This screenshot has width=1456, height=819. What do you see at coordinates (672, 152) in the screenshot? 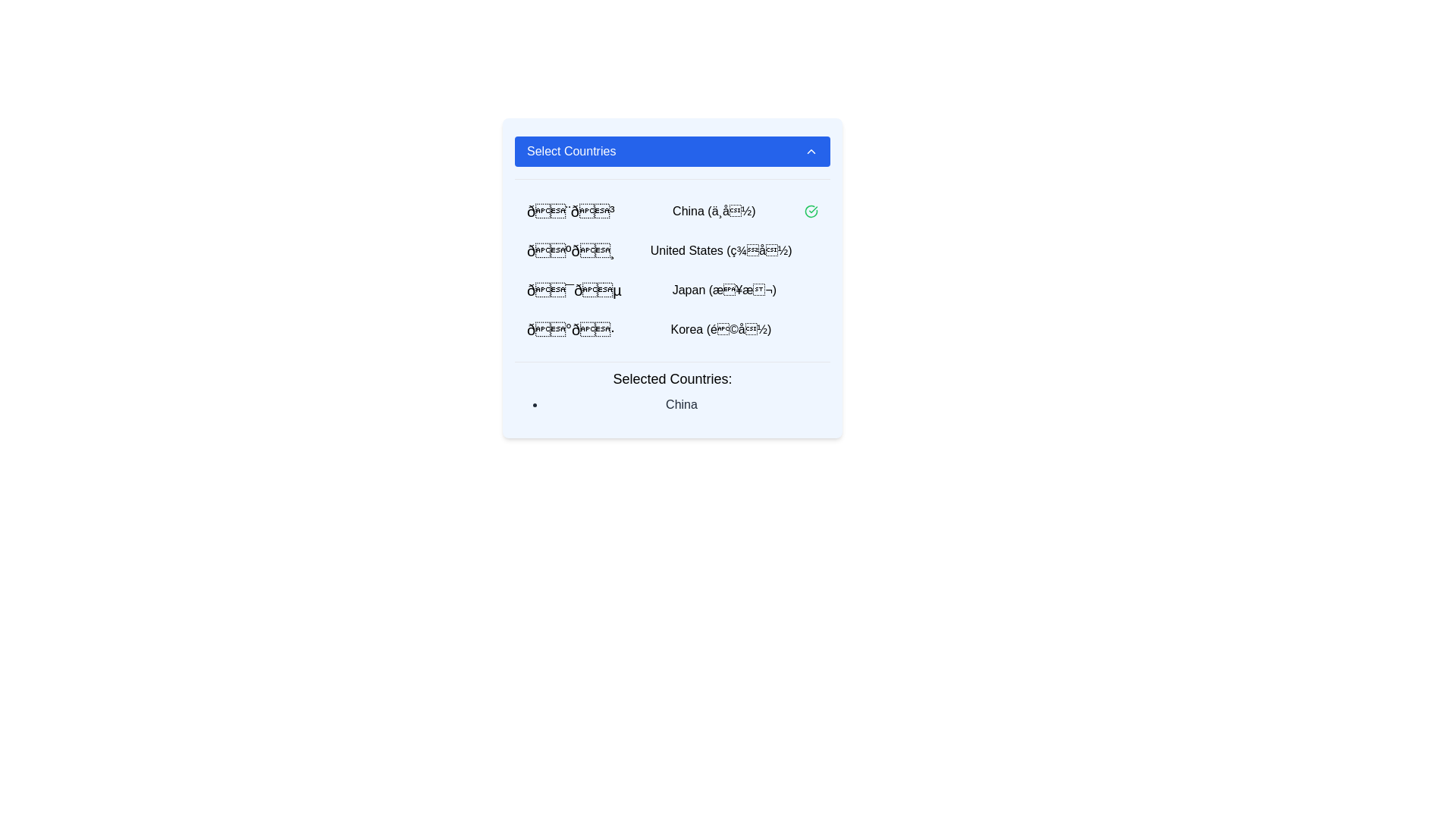
I see `the blue 'Select Countries' dropdown button` at bounding box center [672, 152].